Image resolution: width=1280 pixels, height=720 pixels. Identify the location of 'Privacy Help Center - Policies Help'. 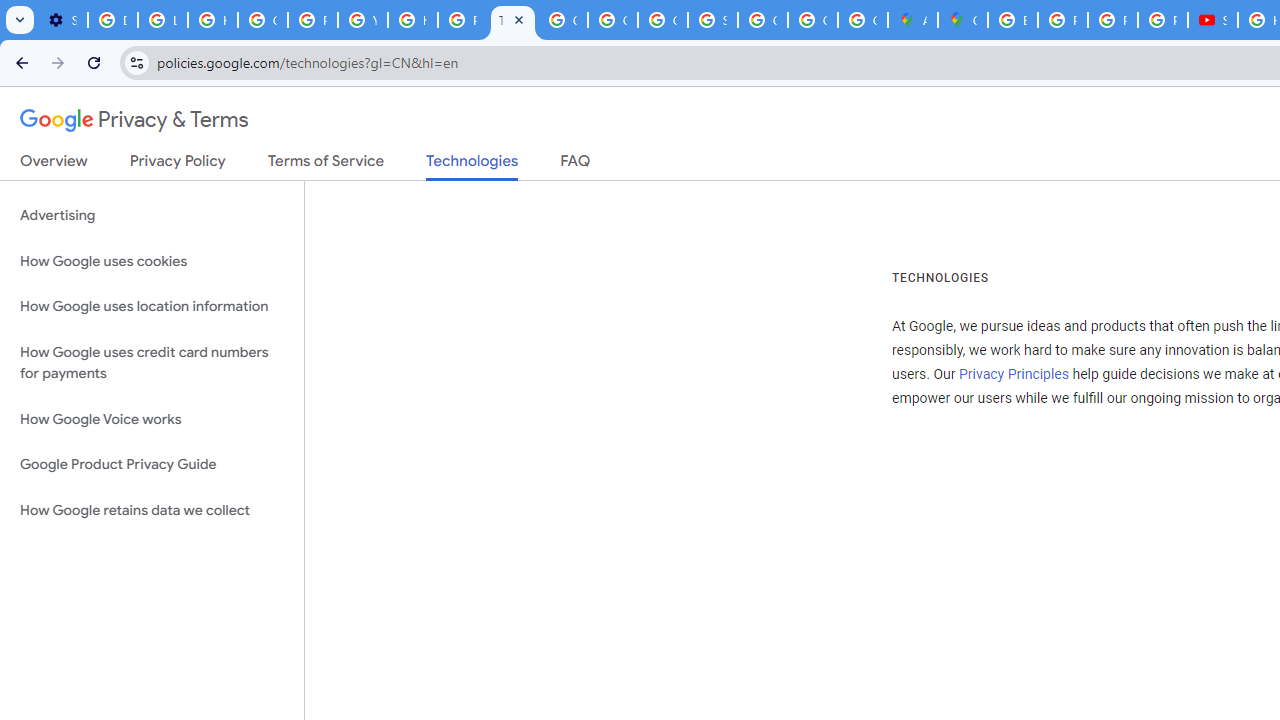
(1111, 20).